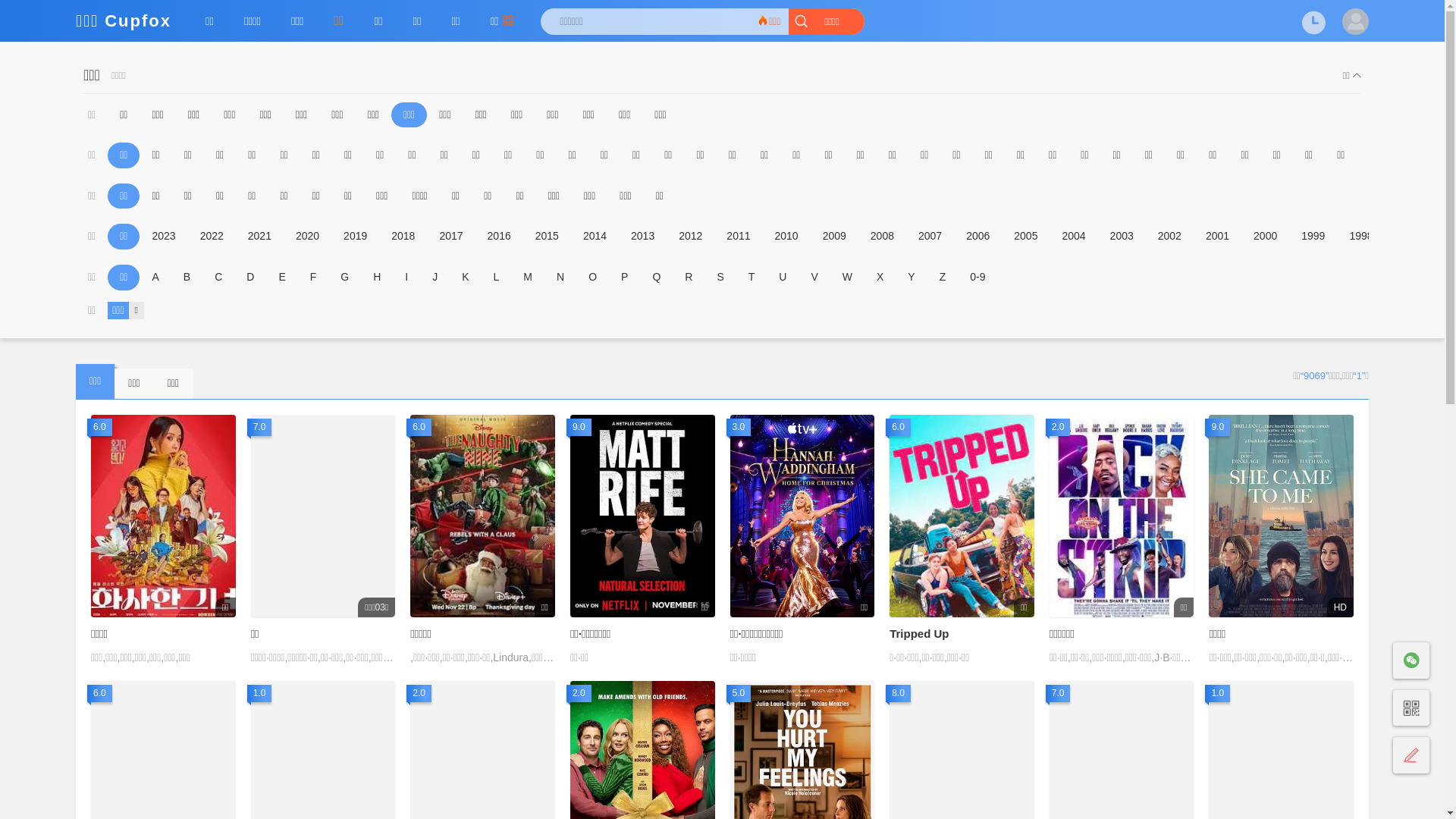 The width and height of the screenshot is (1456, 819). Describe the element at coordinates (250, 278) in the screenshot. I see `'D'` at that location.